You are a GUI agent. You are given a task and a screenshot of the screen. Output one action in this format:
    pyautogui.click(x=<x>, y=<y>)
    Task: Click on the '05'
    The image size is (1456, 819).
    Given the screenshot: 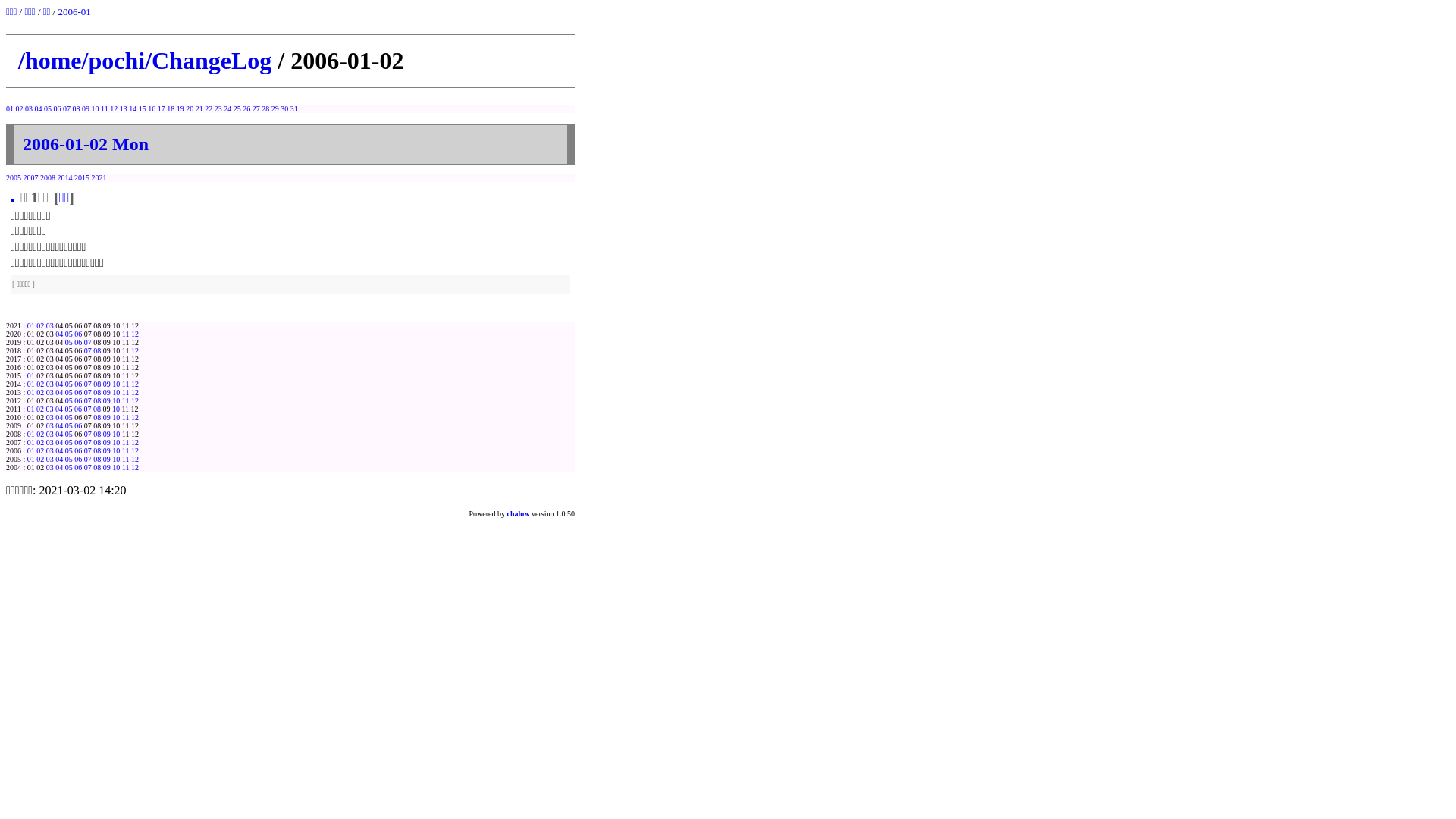 What is the action you would take?
    pyautogui.click(x=68, y=400)
    